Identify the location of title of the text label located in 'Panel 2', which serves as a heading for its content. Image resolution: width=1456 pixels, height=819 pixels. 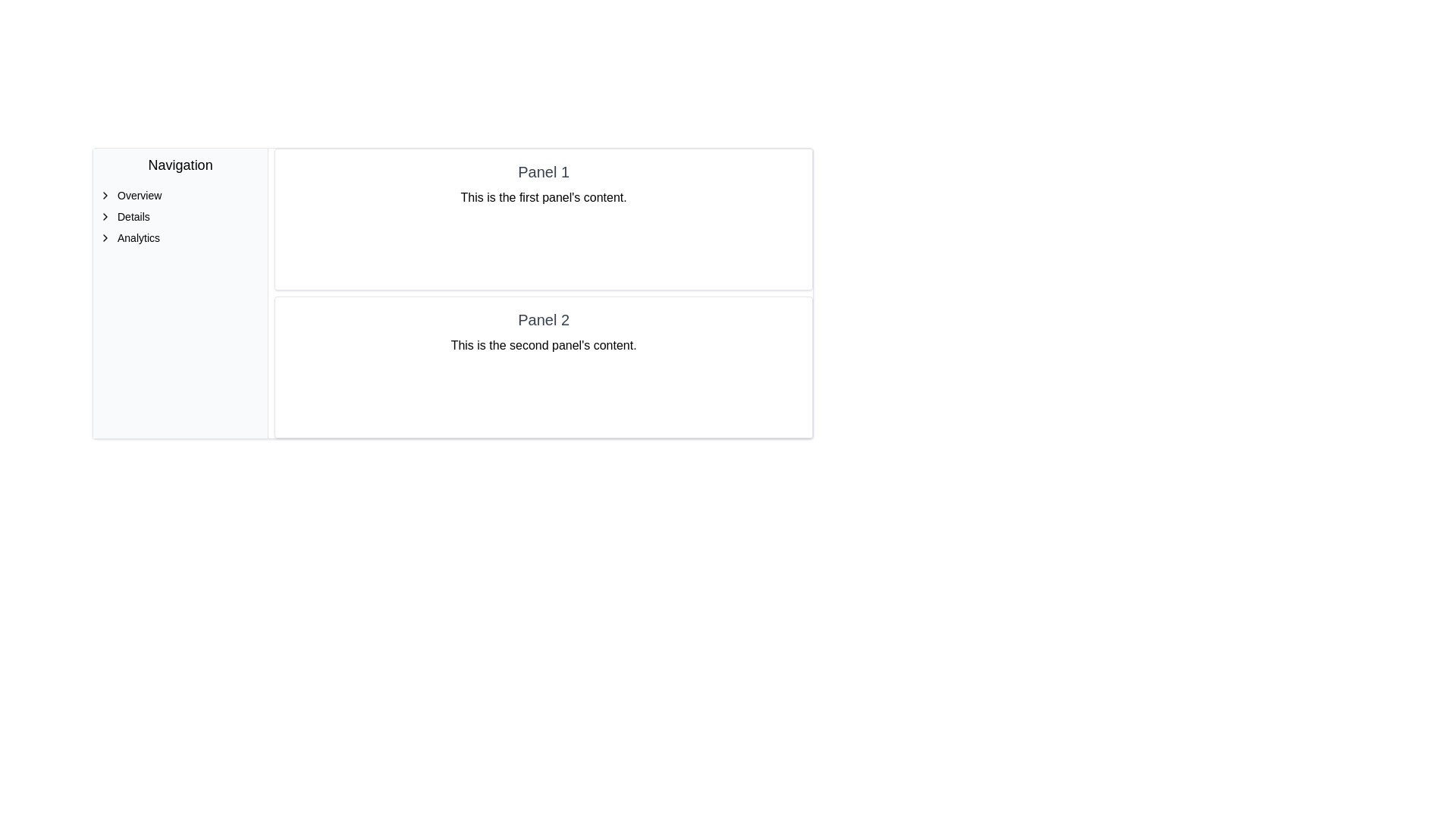
(544, 318).